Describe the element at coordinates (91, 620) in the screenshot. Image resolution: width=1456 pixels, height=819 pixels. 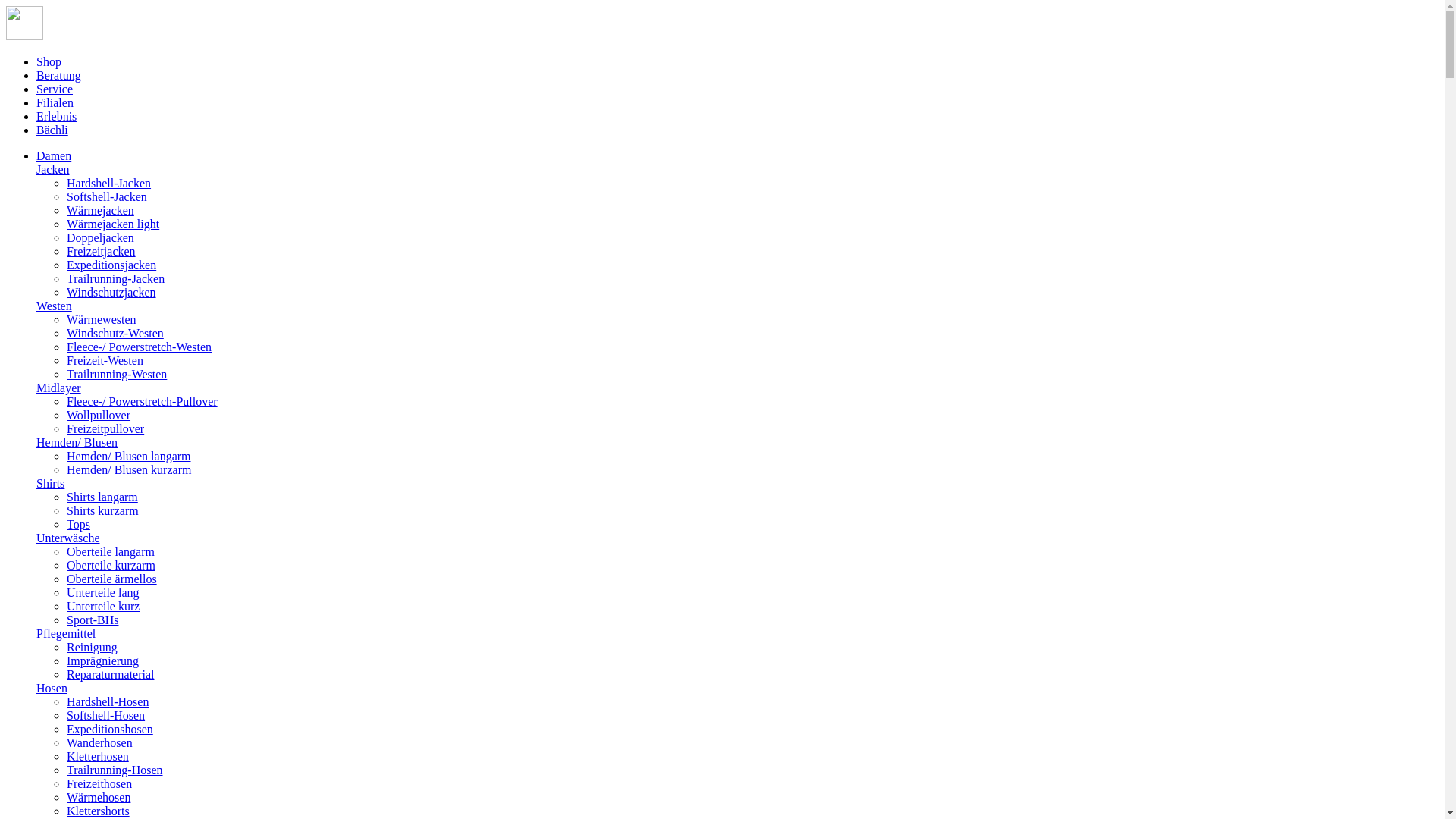
I see `'Sport-BHs'` at that location.